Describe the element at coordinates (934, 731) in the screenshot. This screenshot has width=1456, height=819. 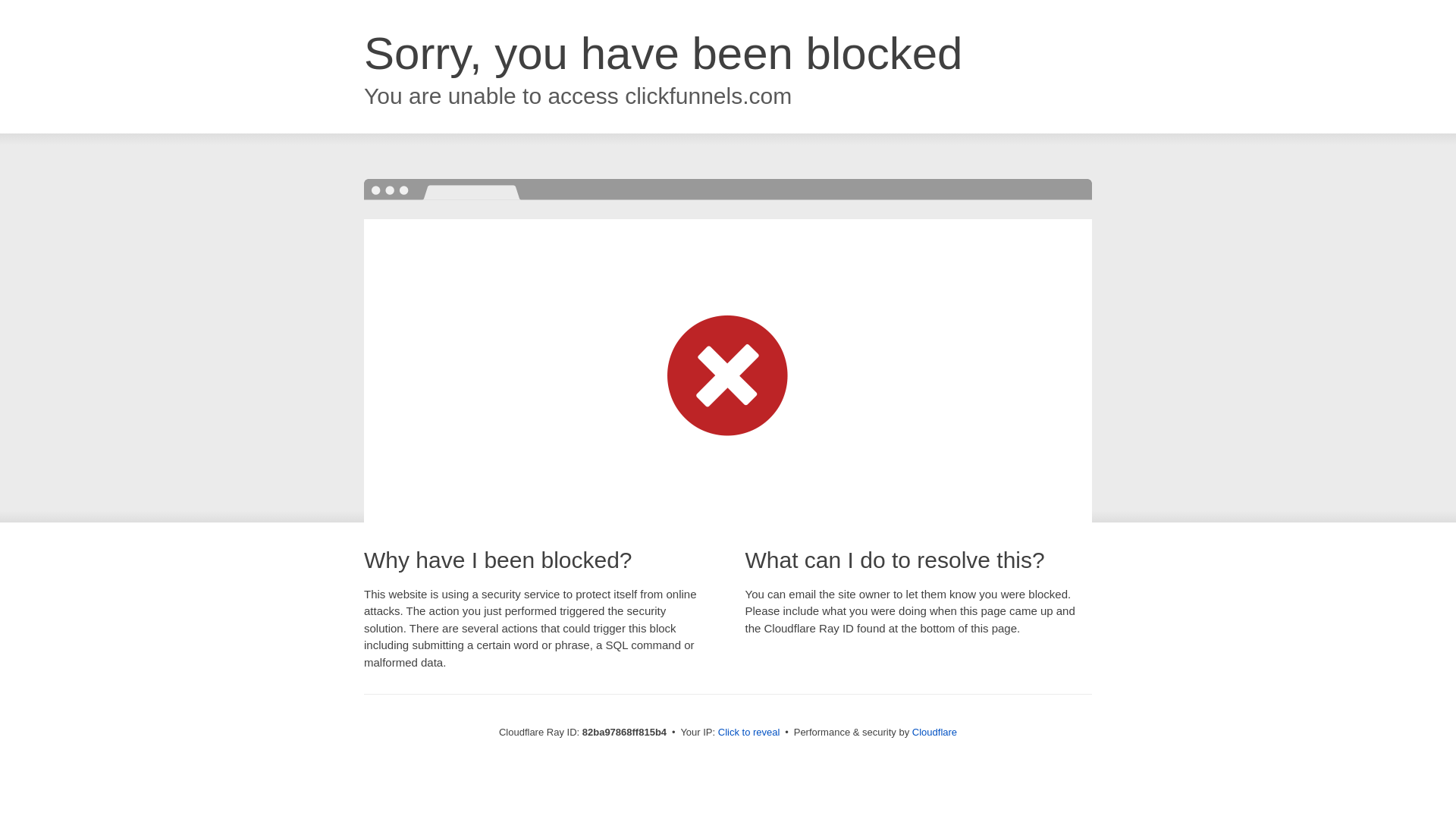
I see `'Cloudflare'` at that location.